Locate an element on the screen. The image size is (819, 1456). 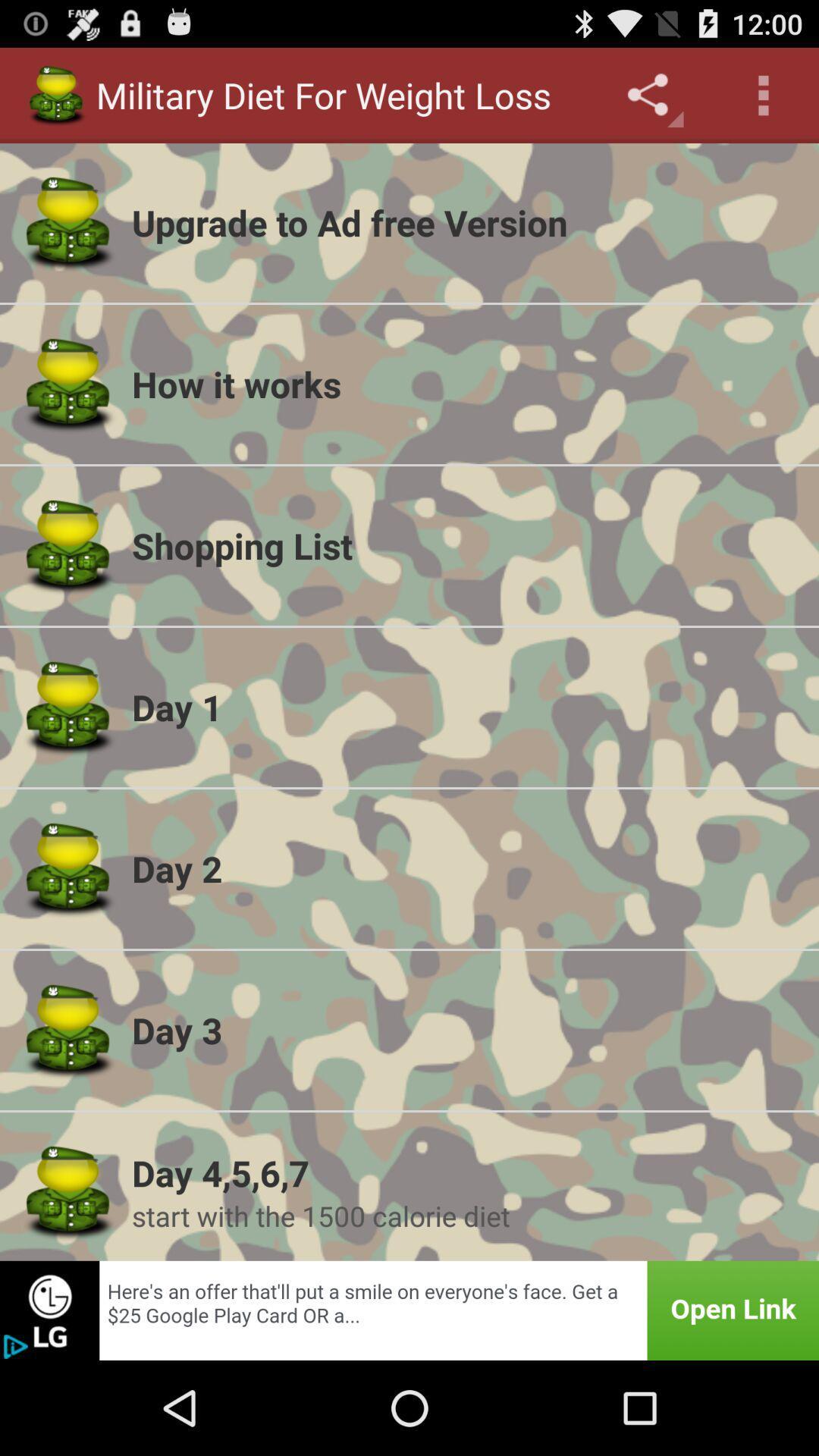
day 3 is located at coordinates (465, 1030).